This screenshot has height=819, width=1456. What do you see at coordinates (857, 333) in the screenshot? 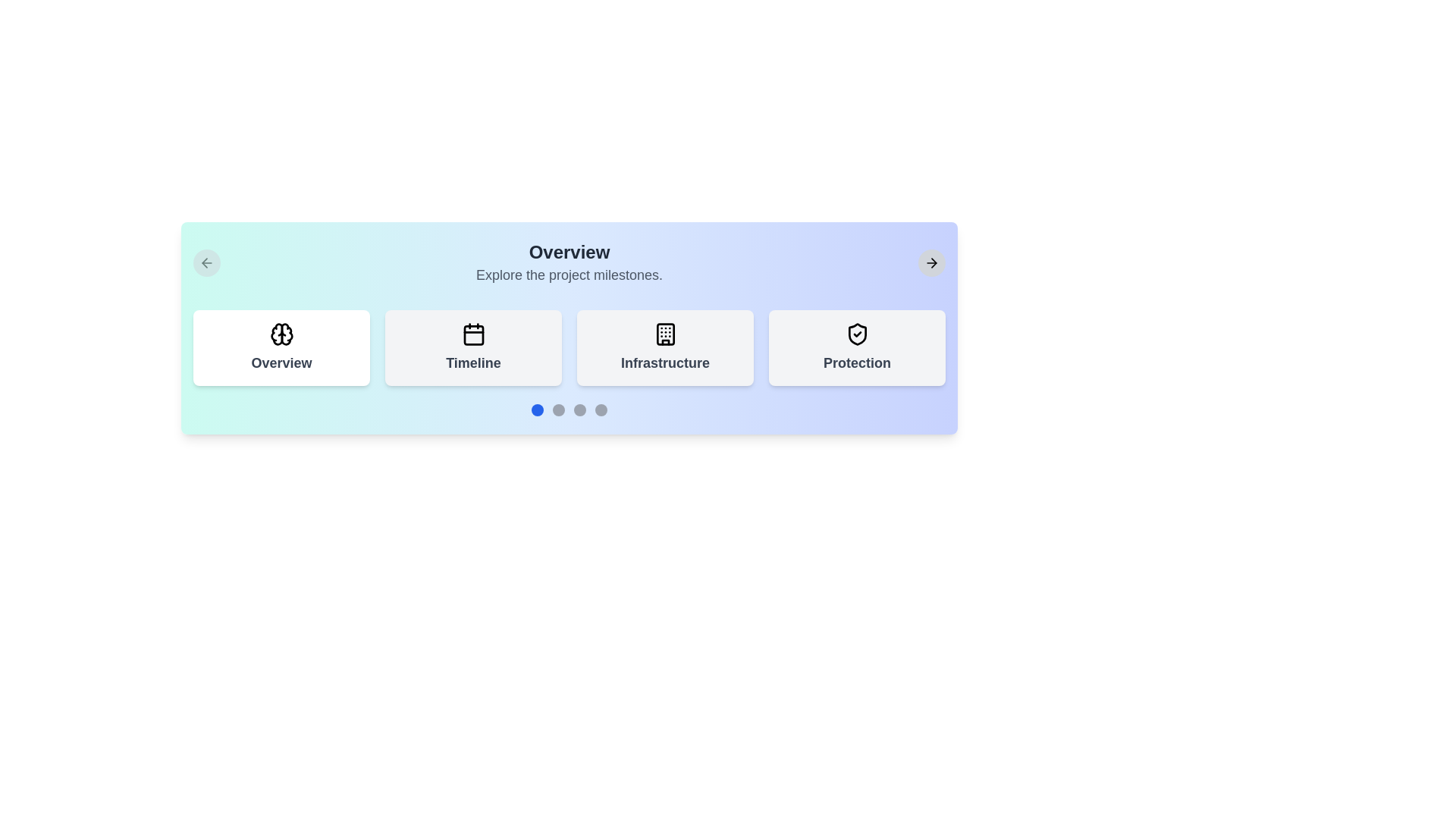
I see `the shield icon with a check mark inside it, which is located in the fourth position of the carousel and labeled 'Protection'` at bounding box center [857, 333].